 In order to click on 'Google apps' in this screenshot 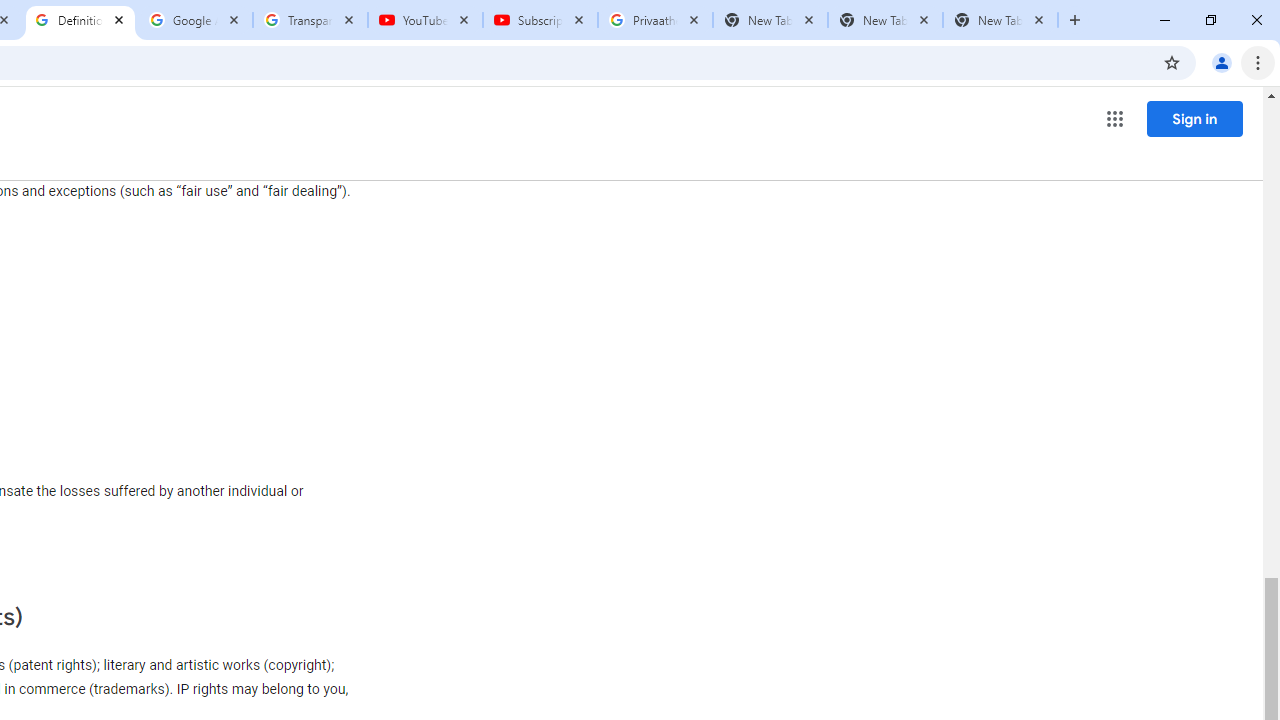, I will do `click(1113, 119)`.